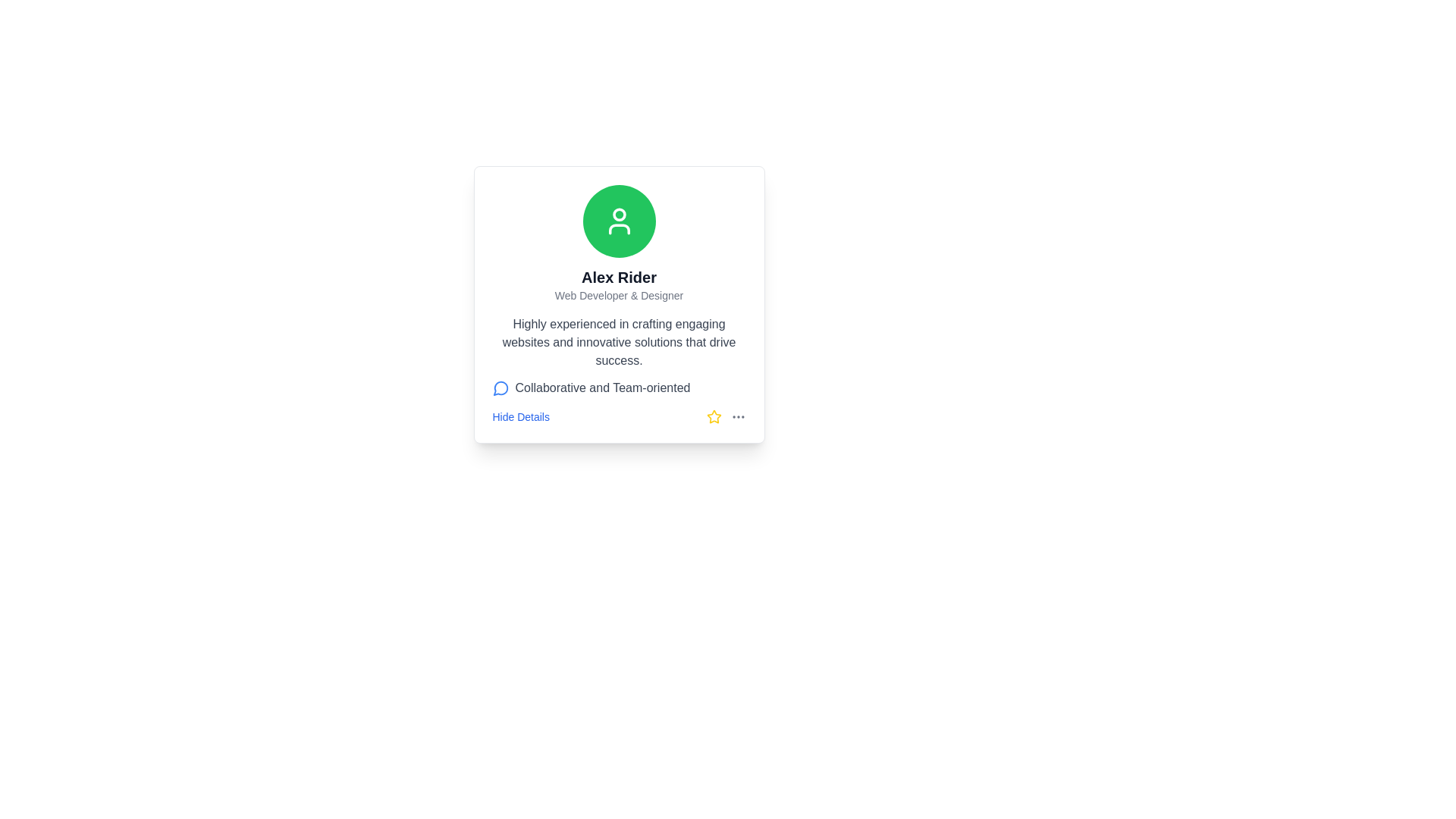 This screenshot has width=1456, height=819. Describe the element at coordinates (619, 356) in the screenshot. I see `the text content element that provides additional information about the profile's professional skills and teamwork abilities, located within a bordered card below the profile name 'Alex Rider' and above the 'Hide Details' link` at that location.